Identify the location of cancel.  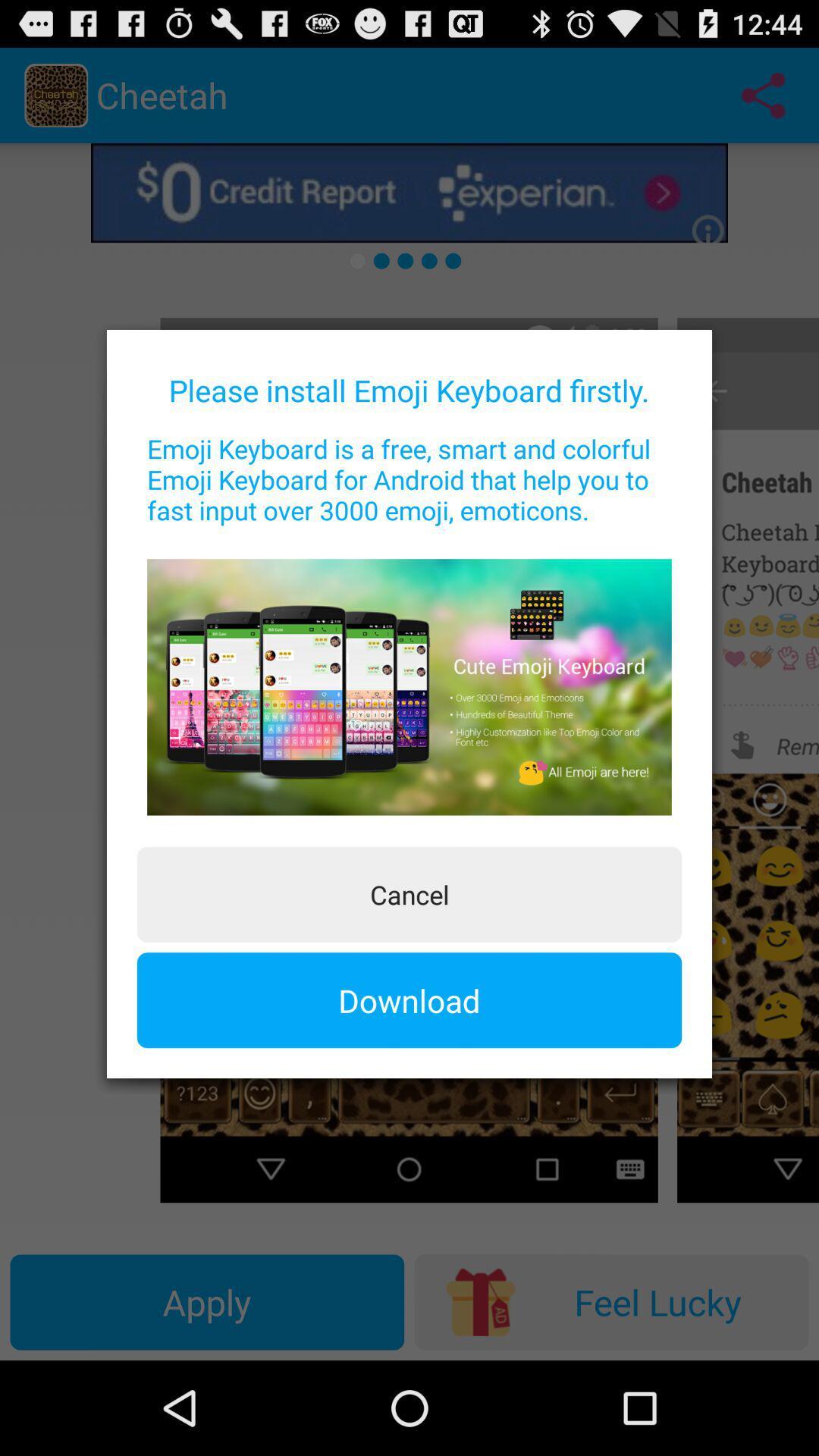
(409, 894).